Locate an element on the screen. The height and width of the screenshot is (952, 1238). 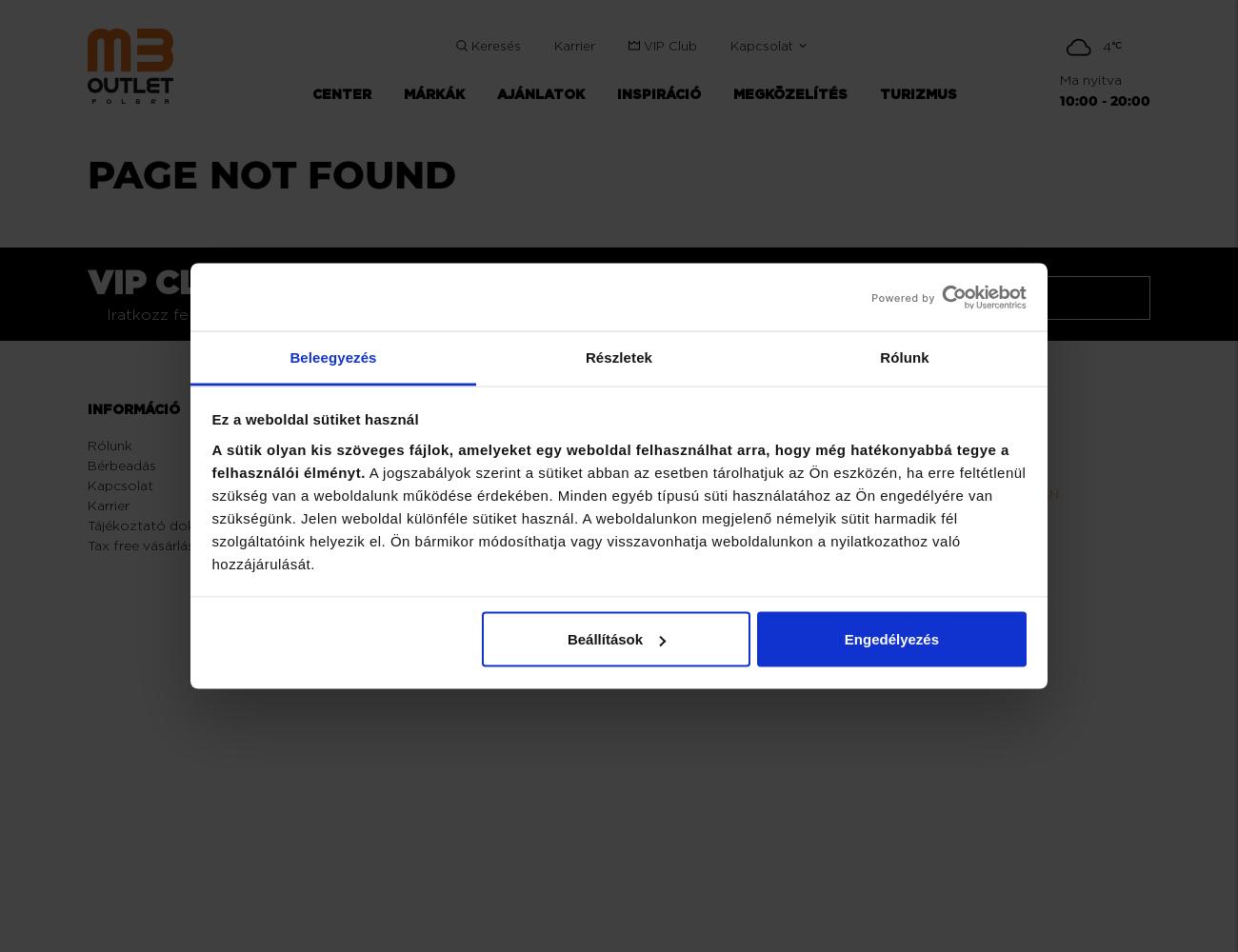
'Információ' is located at coordinates (88, 409).